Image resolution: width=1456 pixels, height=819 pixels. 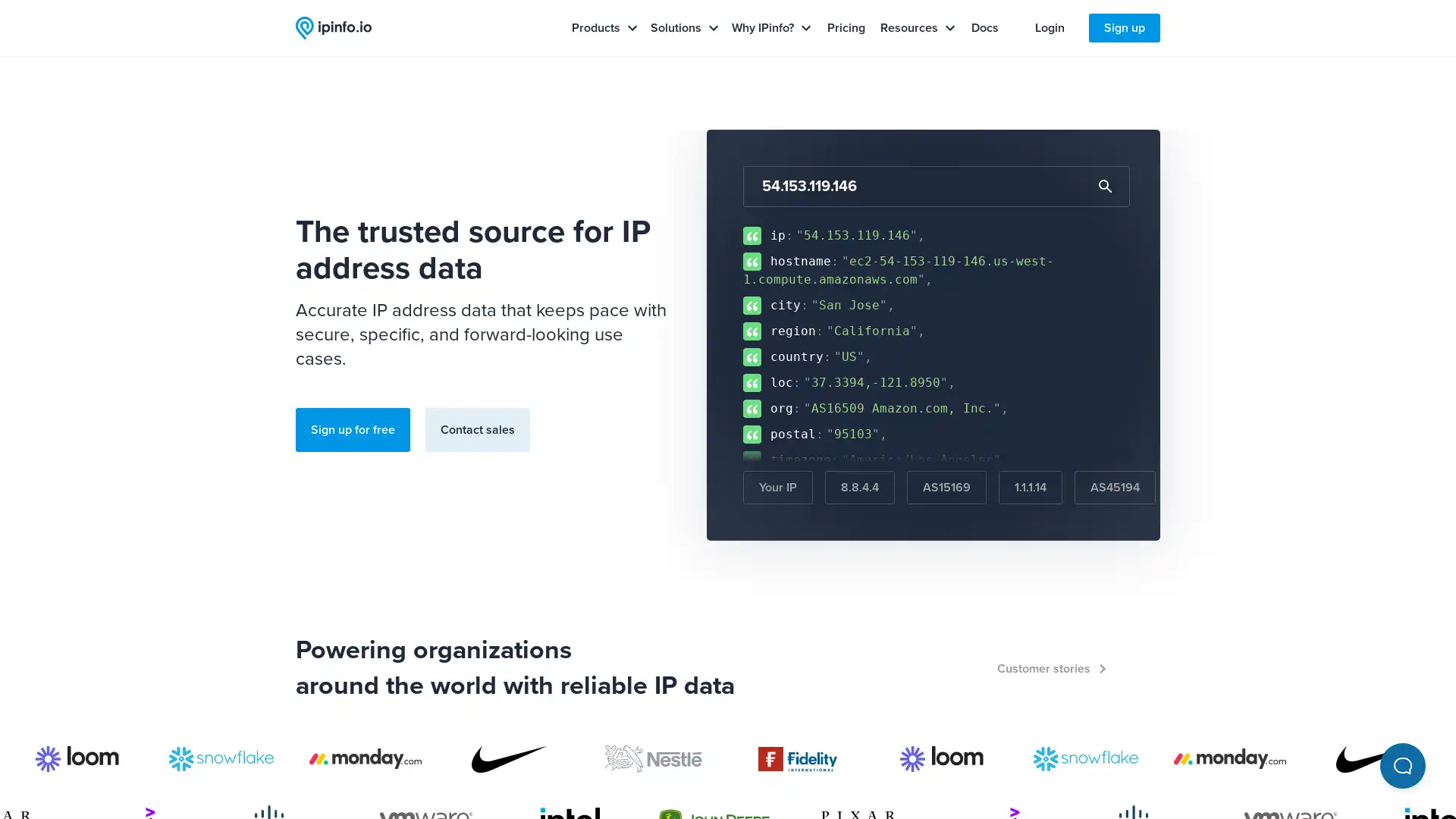 What do you see at coordinates (1401, 766) in the screenshot?
I see `Load Chat` at bounding box center [1401, 766].